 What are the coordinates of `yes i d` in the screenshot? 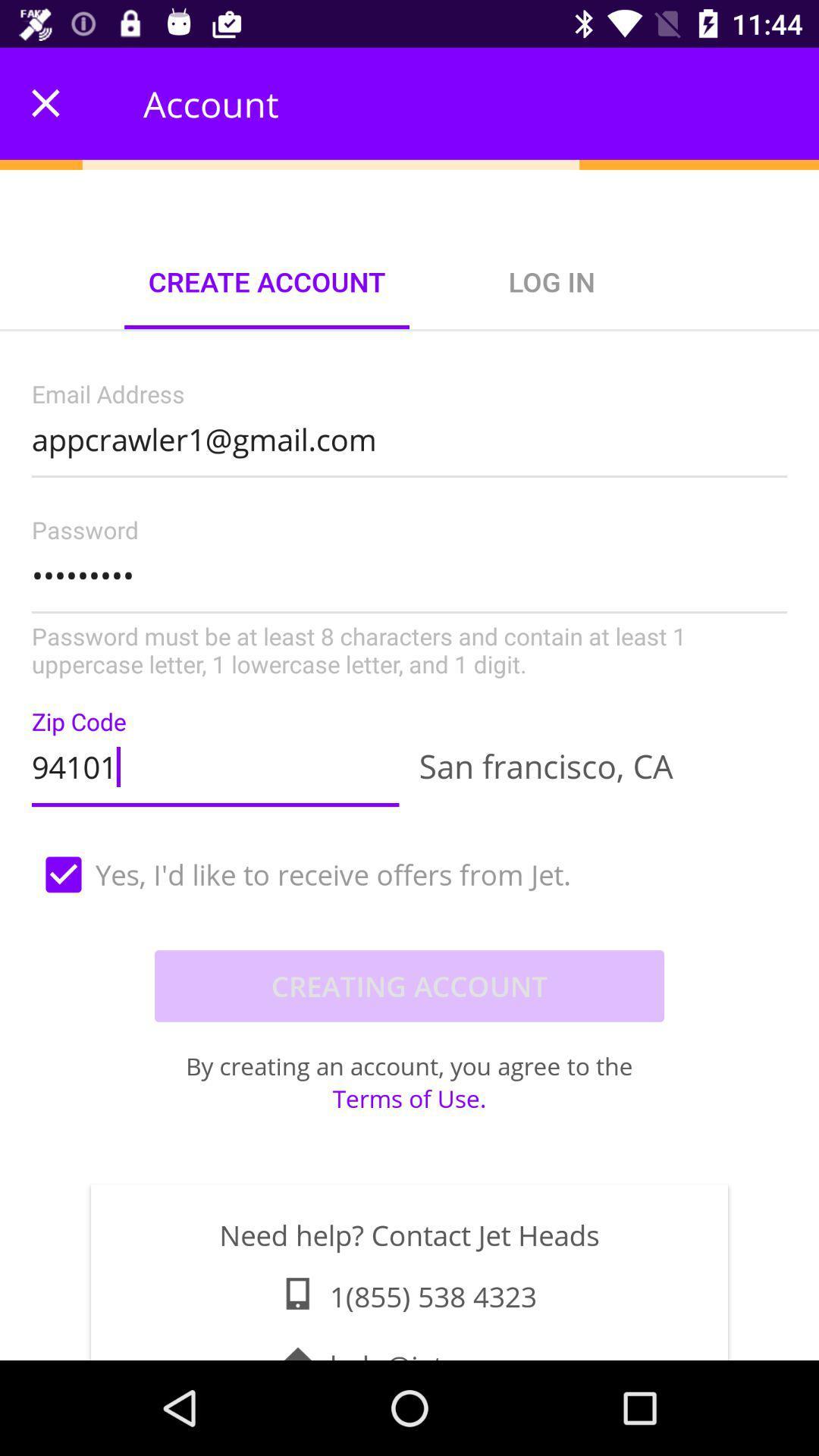 It's located at (409, 874).